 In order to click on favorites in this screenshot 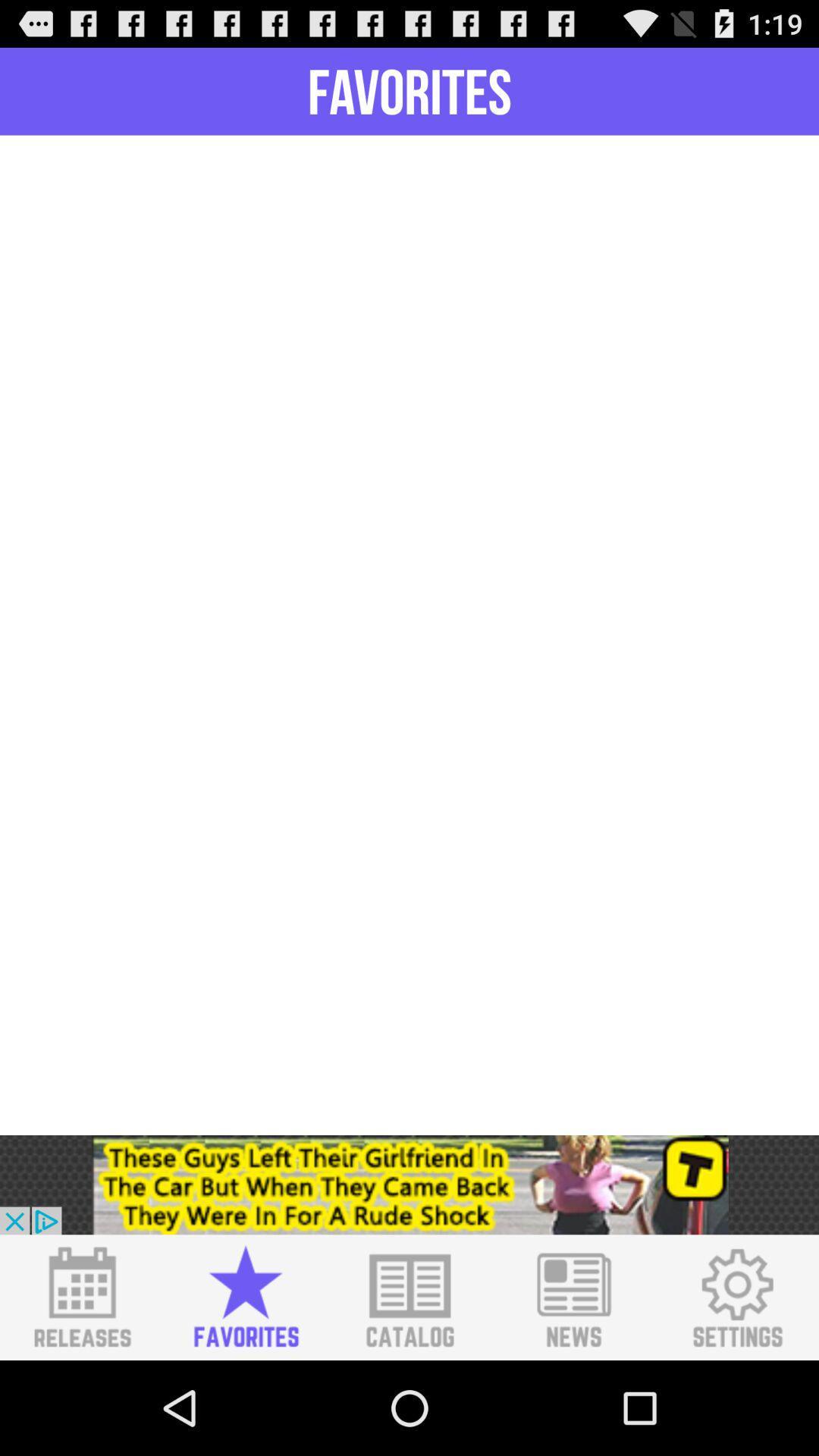, I will do `click(245, 1297)`.